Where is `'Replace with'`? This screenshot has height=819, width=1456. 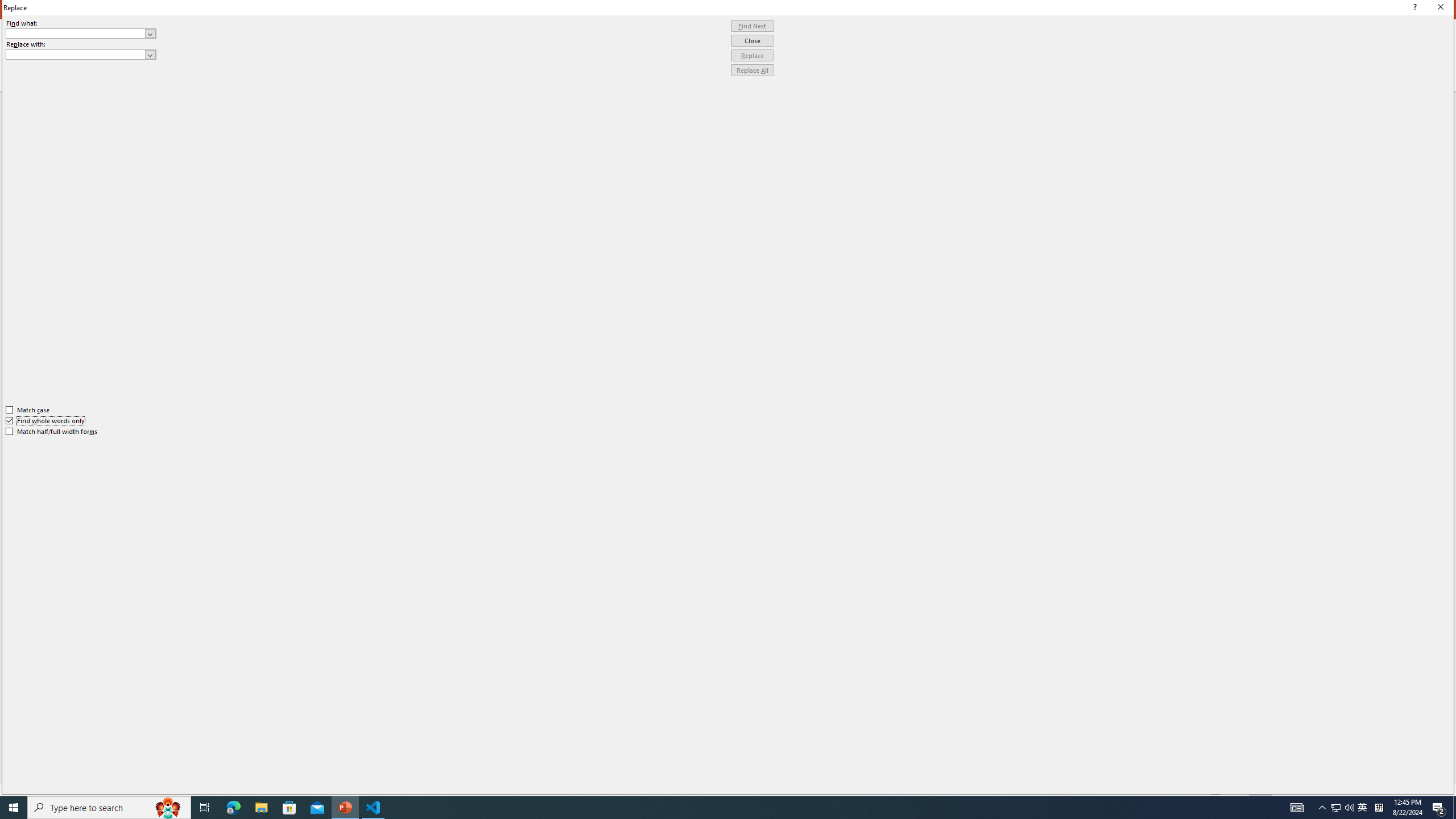 'Replace with' is located at coordinates (81, 54).